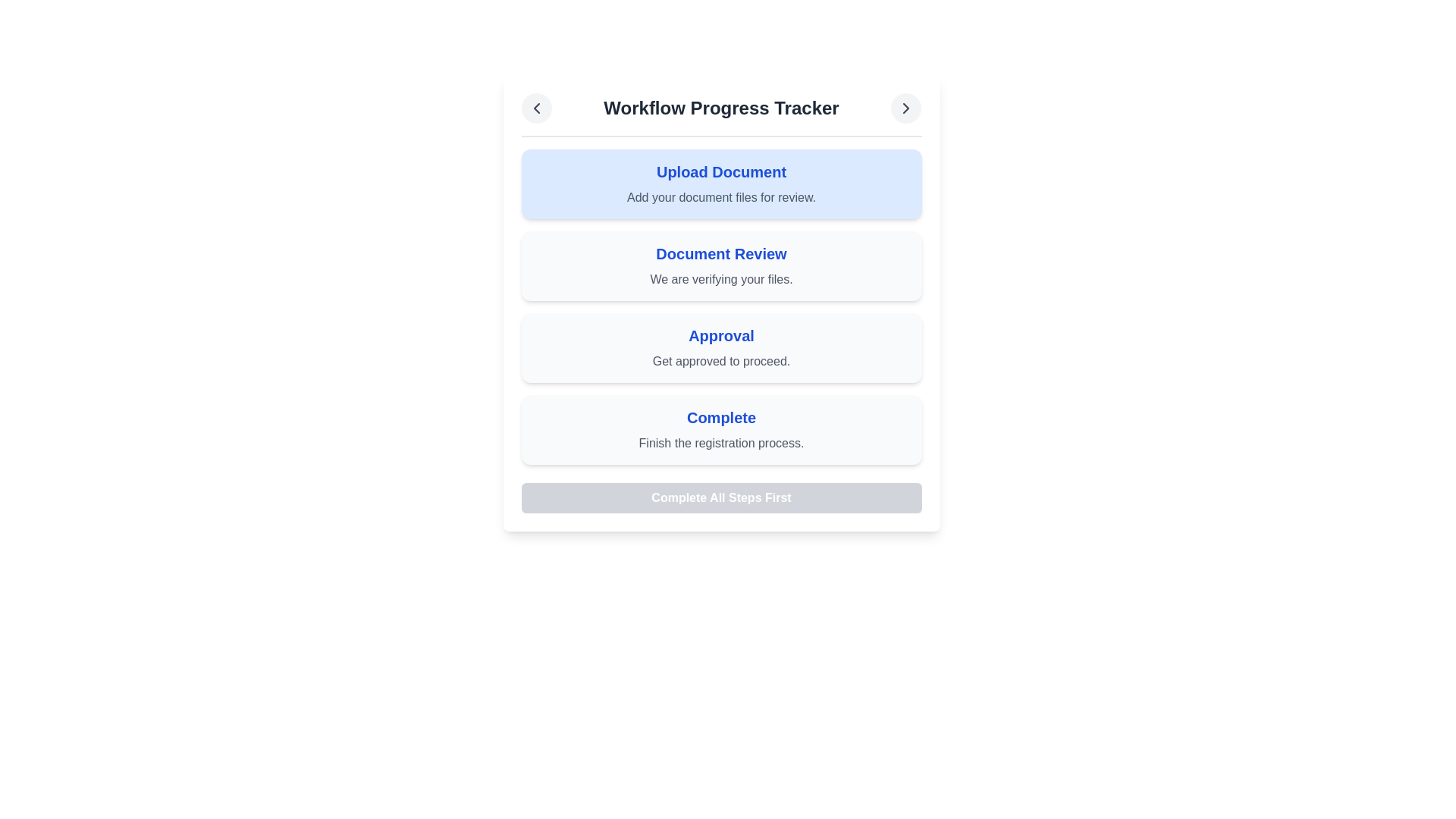 The image size is (1456, 819). Describe the element at coordinates (536, 107) in the screenshot. I see `the circular navigational Icon element located at the top-left corner of the 'Workflow Progress Tracker' section` at that location.